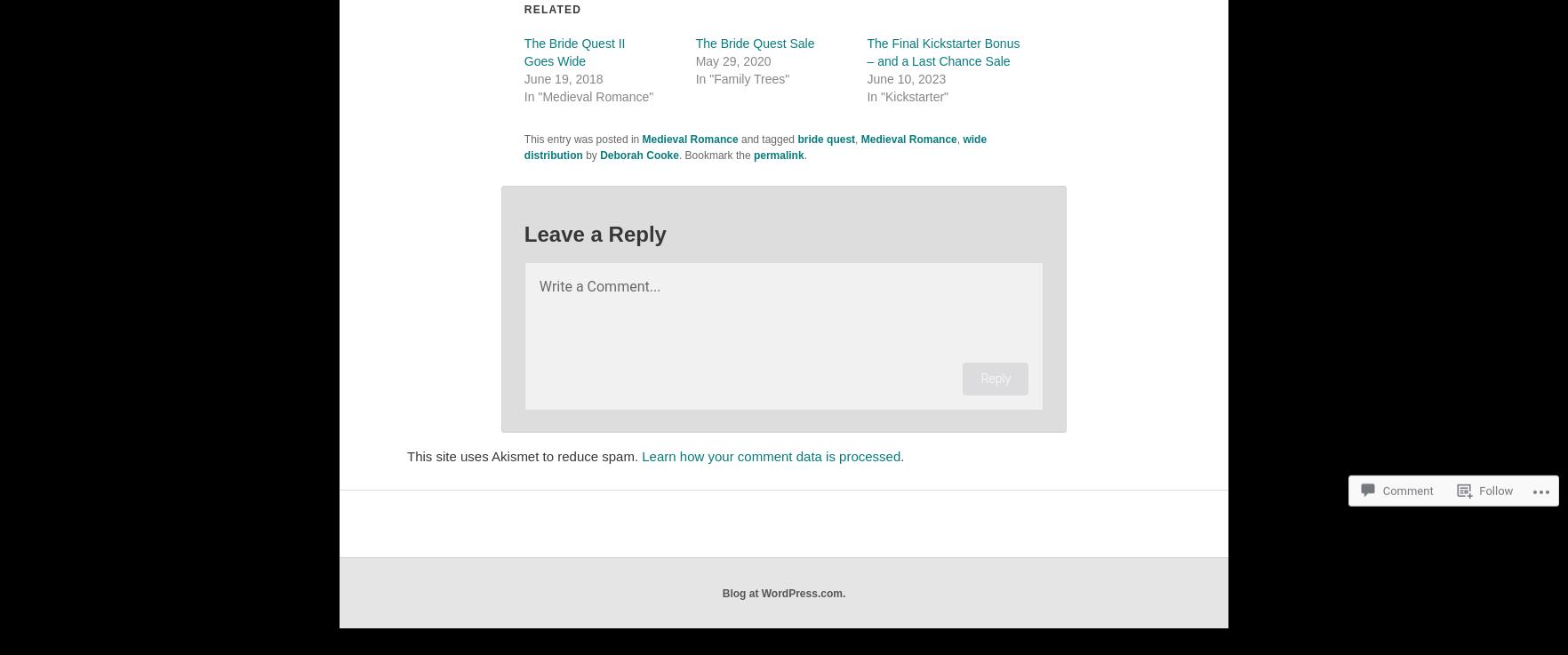  What do you see at coordinates (582, 139) in the screenshot?
I see `'This entry was posted in'` at bounding box center [582, 139].